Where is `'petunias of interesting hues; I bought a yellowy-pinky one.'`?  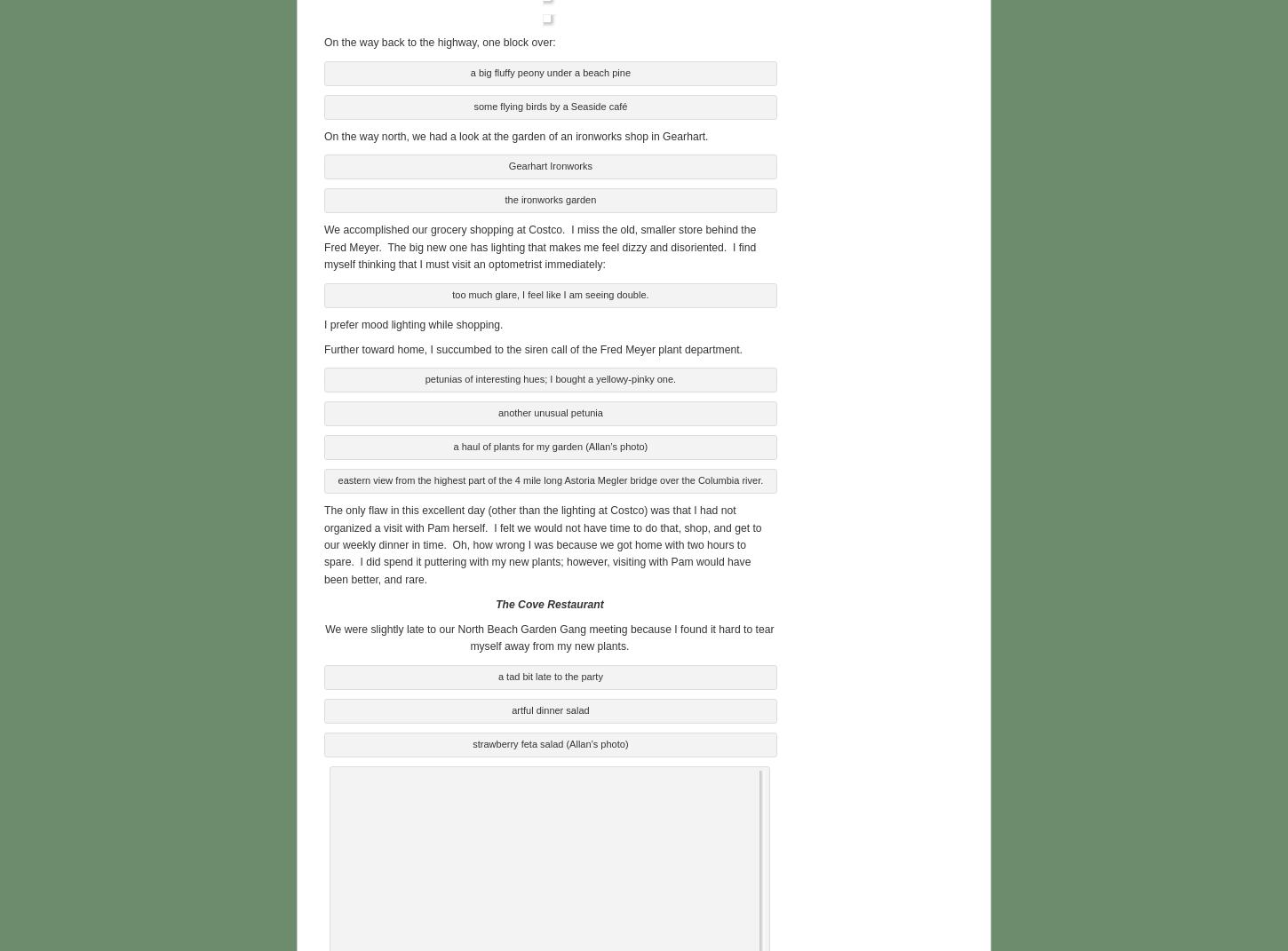 'petunias of interesting hues; I bought a yellowy-pinky one.' is located at coordinates (549, 376).